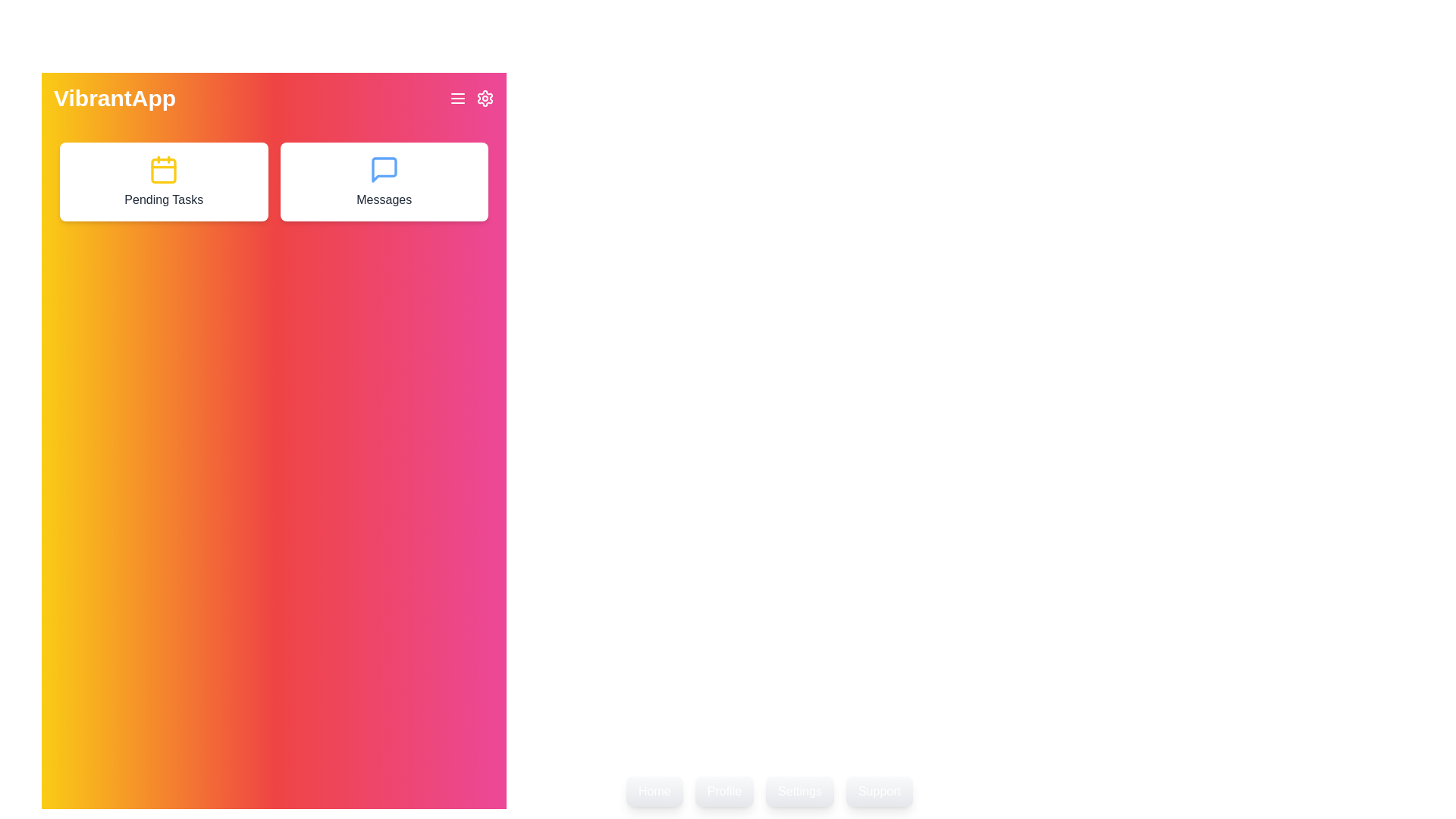 This screenshot has height=819, width=1456. I want to click on the 'Profile' button located in the footer, so click(723, 791).